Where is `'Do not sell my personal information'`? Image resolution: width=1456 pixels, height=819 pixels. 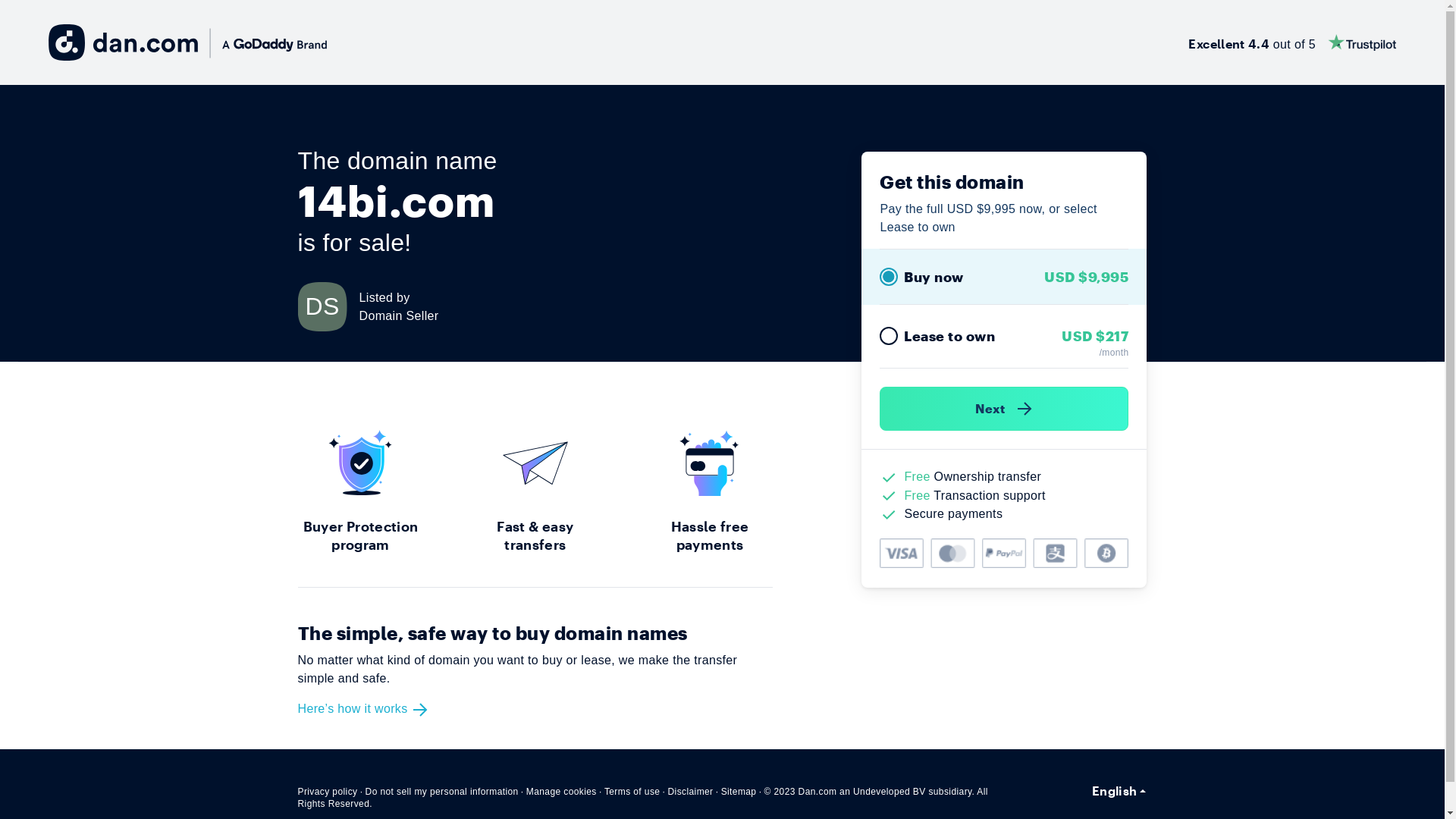 'Do not sell my personal information' is located at coordinates (441, 791).